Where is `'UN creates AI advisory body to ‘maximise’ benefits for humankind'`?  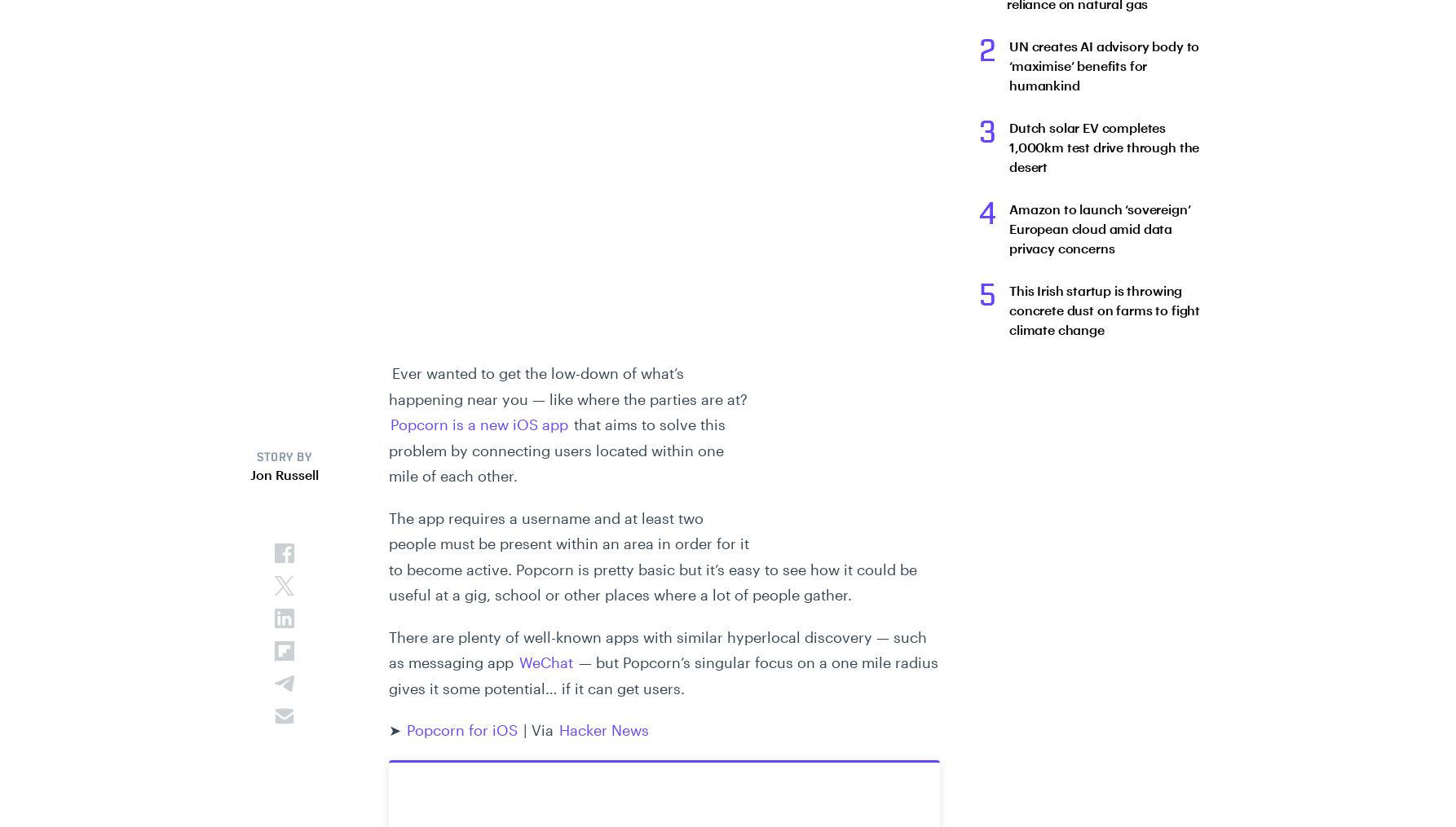 'UN creates AI advisory body to ‘maximise’ benefits for humankind' is located at coordinates (1103, 65).